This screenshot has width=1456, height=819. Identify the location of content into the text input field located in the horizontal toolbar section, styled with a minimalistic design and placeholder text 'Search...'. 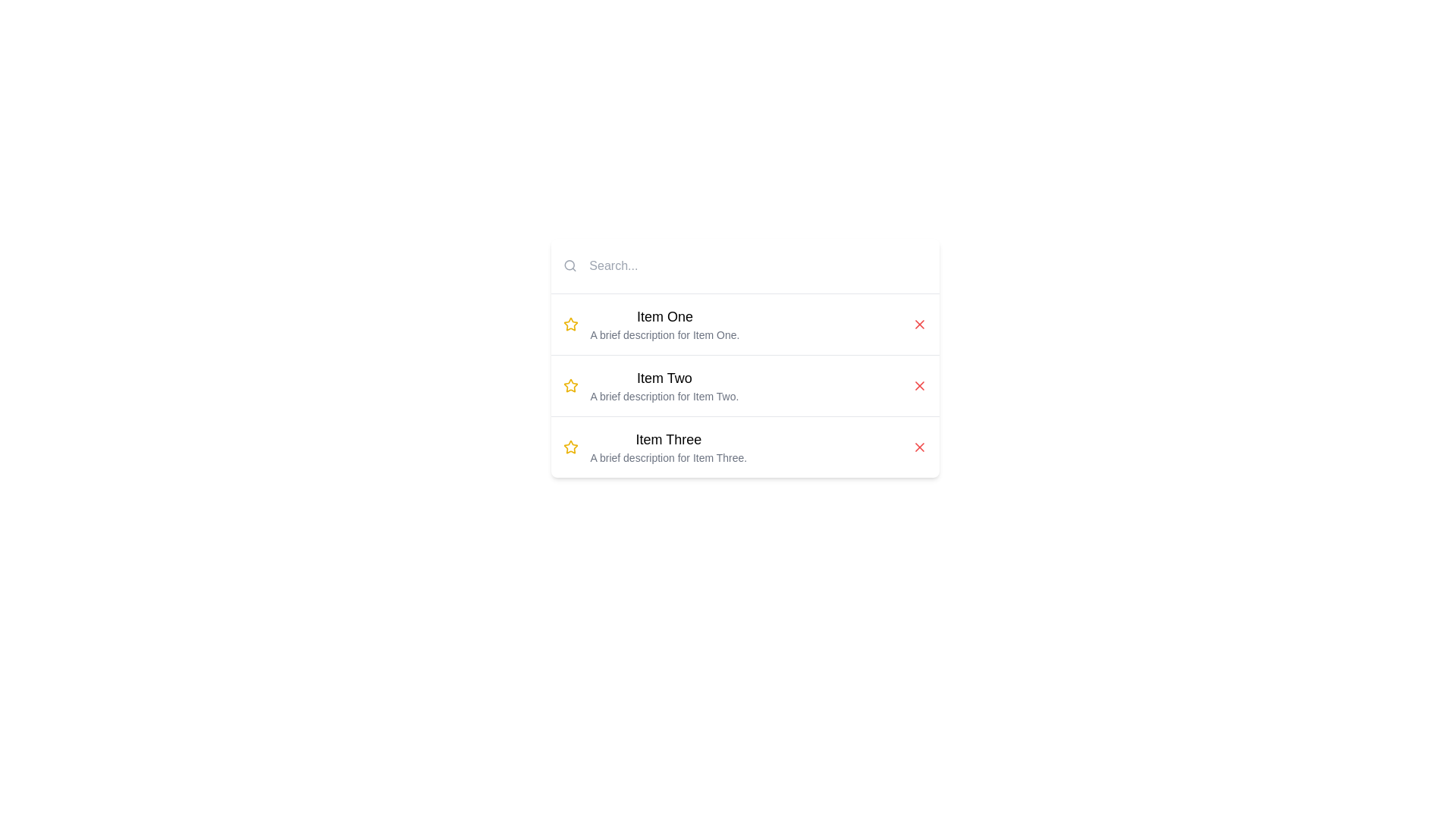
(755, 265).